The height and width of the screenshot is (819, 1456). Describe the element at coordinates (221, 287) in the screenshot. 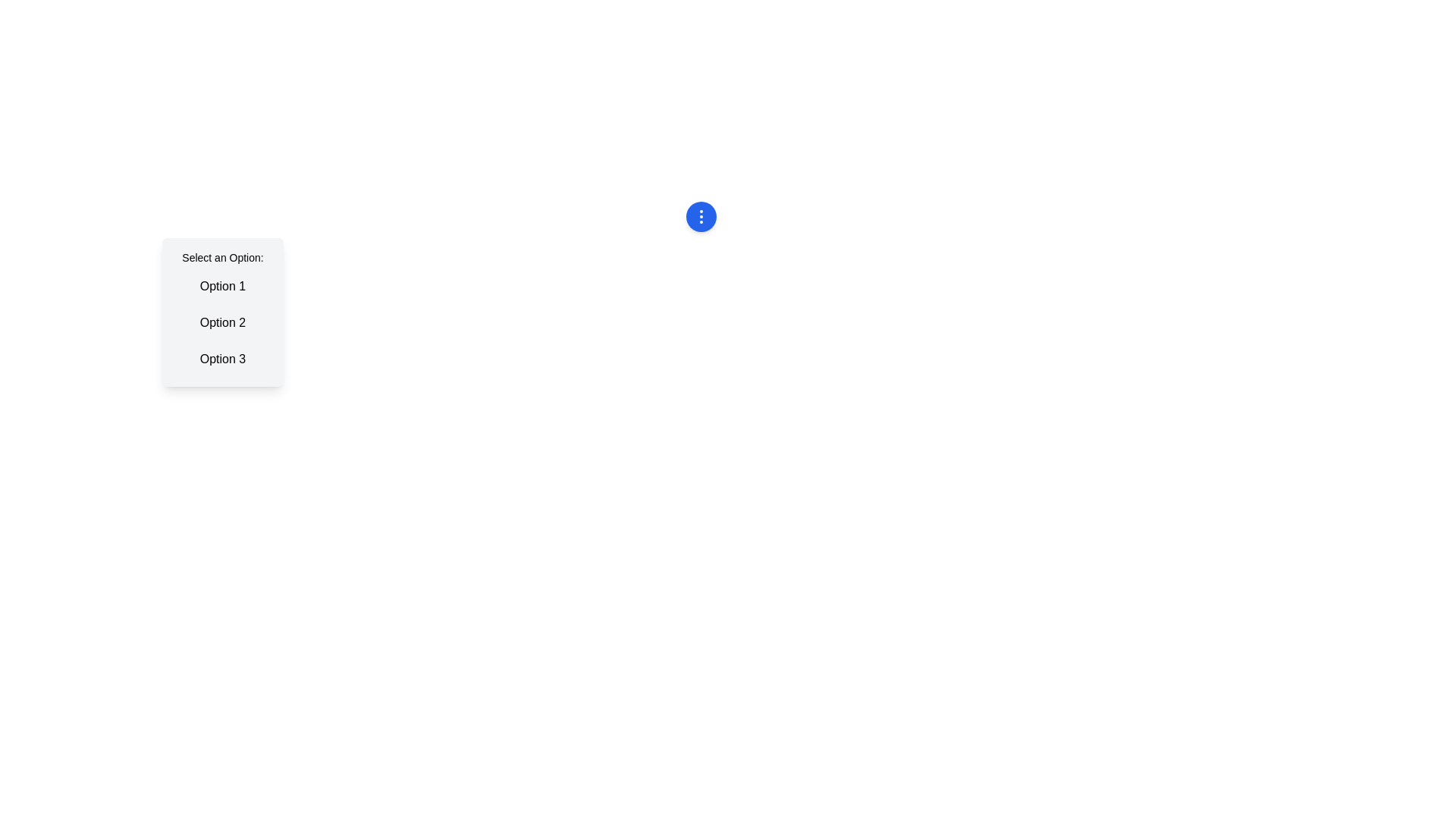

I see `the 'Option 1' button, which is a rectangular button with slightly rounded corners and a hover effect, located at the top of a vertically stacked group of three options` at that location.